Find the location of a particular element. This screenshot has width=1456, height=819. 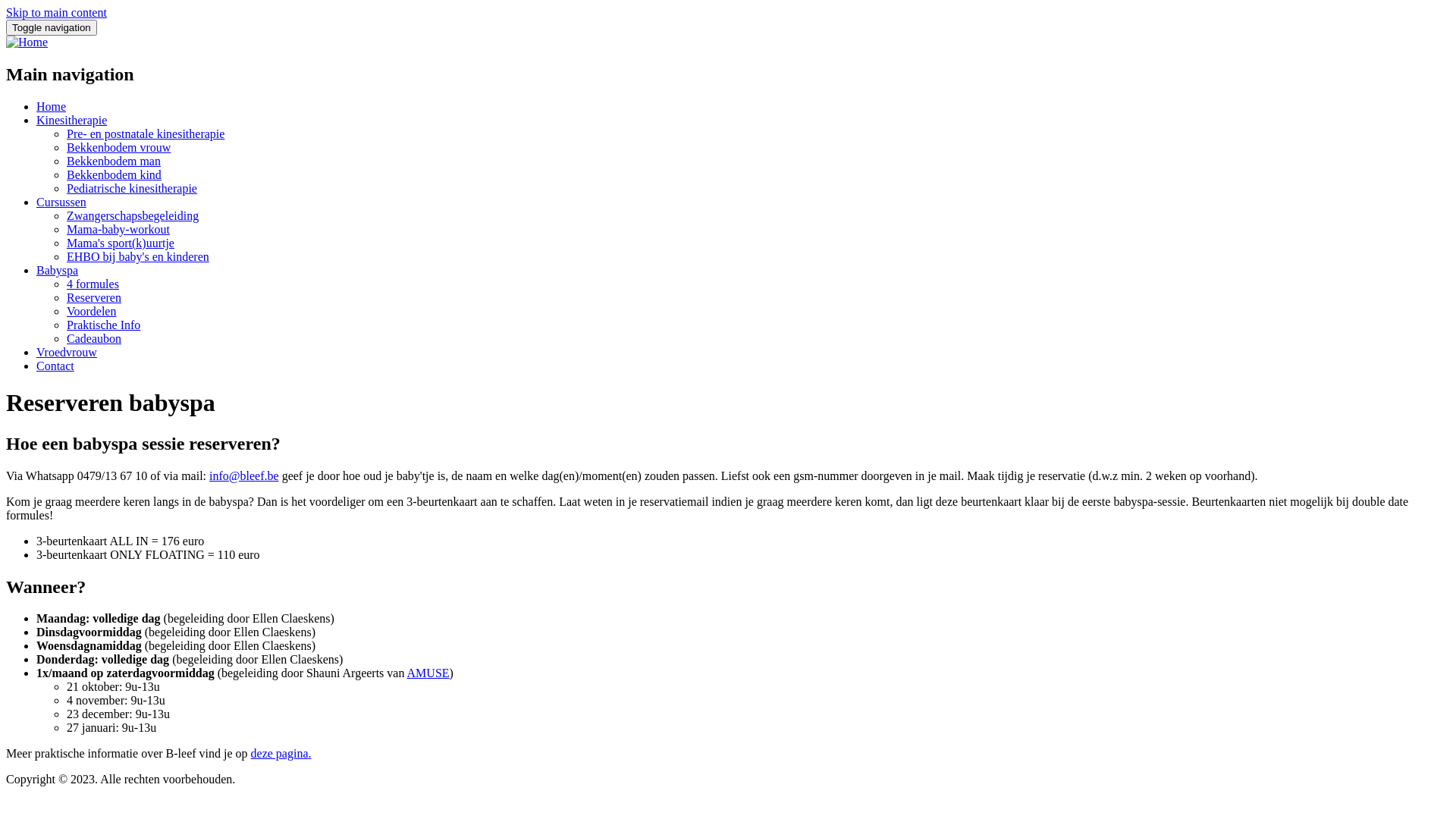

'Voordelen' is located at coordinates (90, 310).